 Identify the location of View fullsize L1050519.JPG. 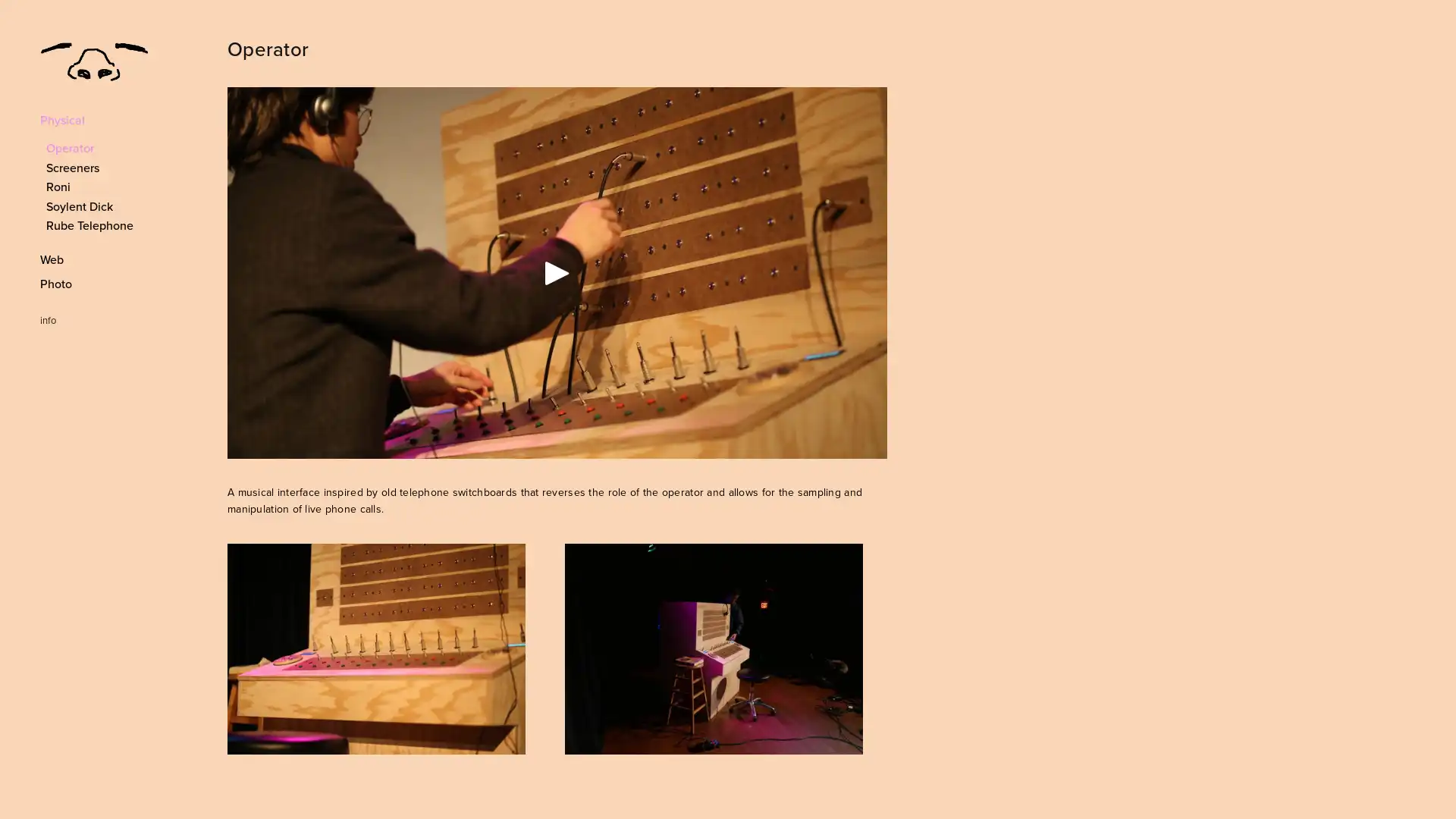
(725, 664).